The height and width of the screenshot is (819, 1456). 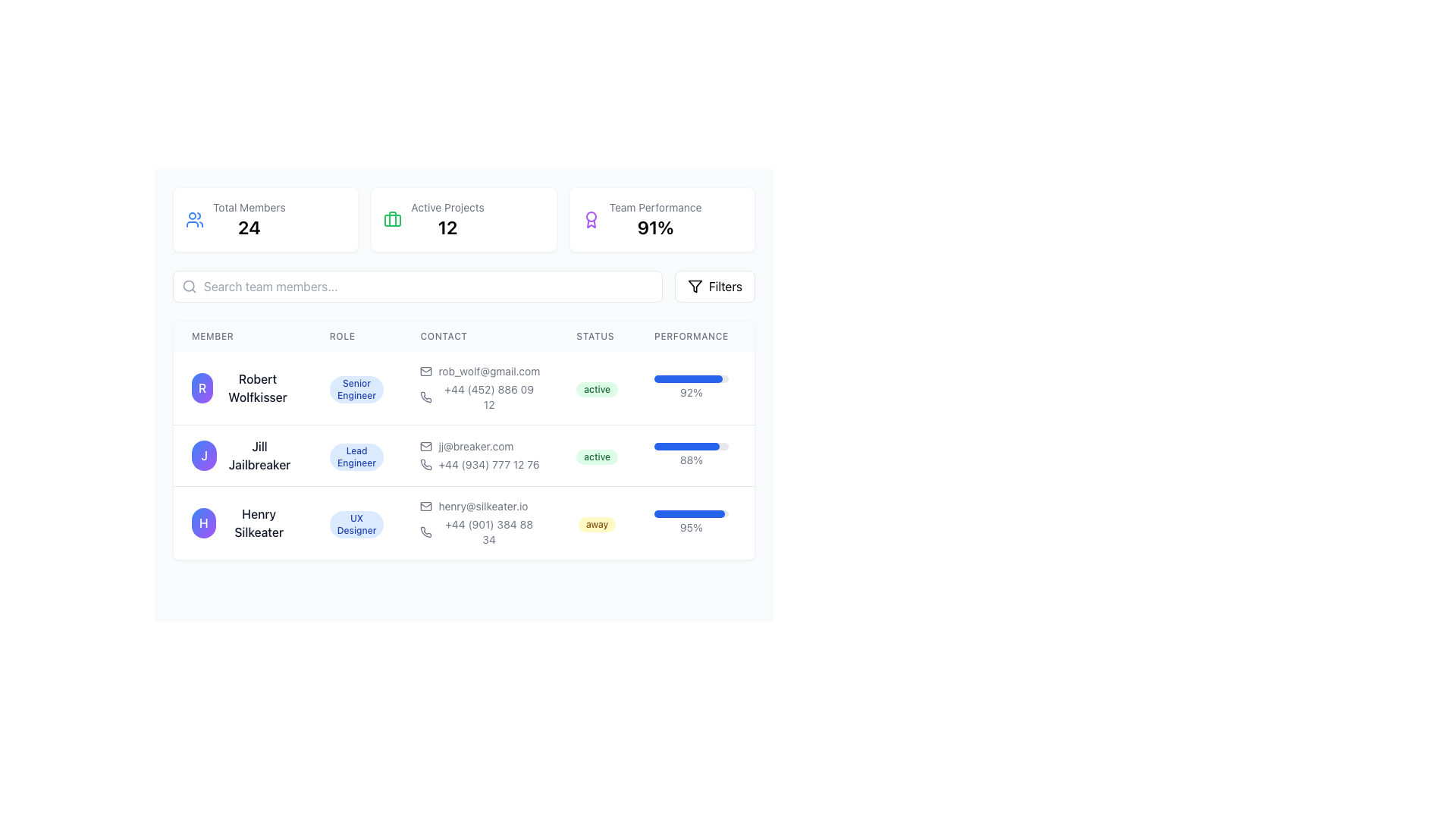 I want to click on the phone icon located in the 'Contact' column of the row for team member 'Henry Silkeater' to initiate a call, so click(x=479, y=522).